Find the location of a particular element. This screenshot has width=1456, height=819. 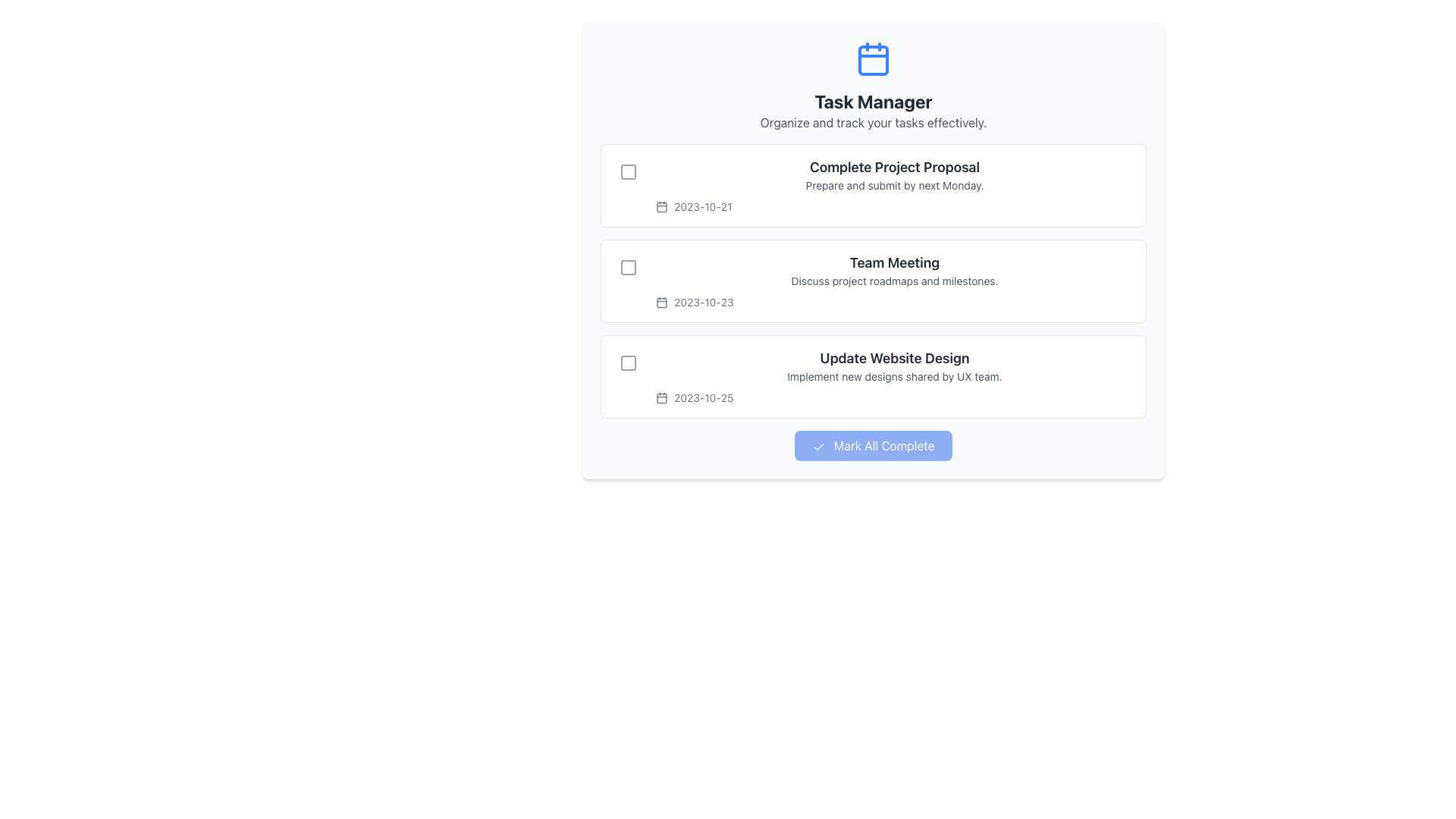

the 'Task Manager' text label, which is prominently displayed in bold and large font in dark gray, located in the header area beneath a calendar icon is located at coordinates (874, 102).